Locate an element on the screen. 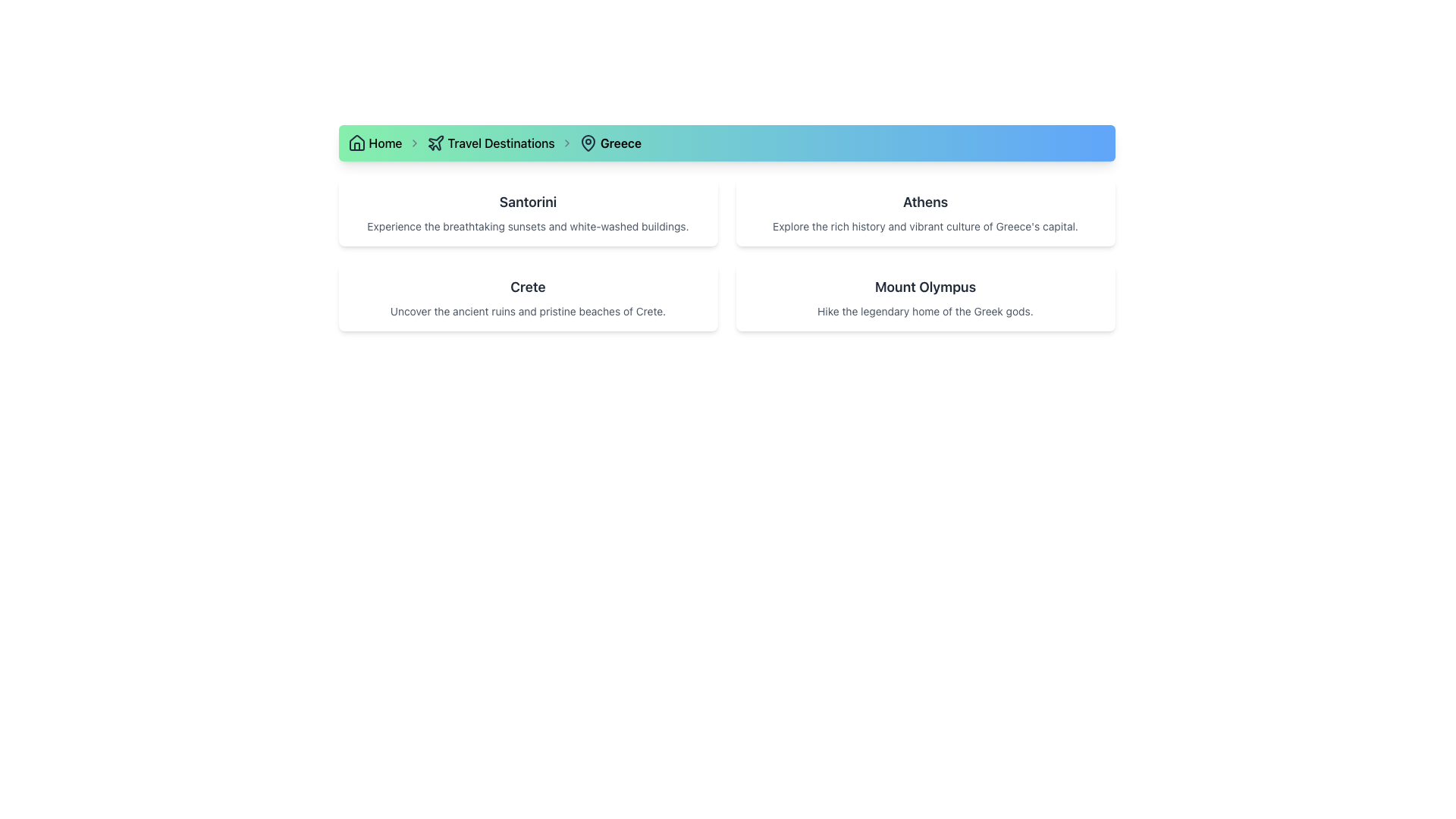  the Informational Card labeled 'Mount Olympus', which is located in the bottom-right position of a two-by-two grid layout is located at coordinates (924, 298).